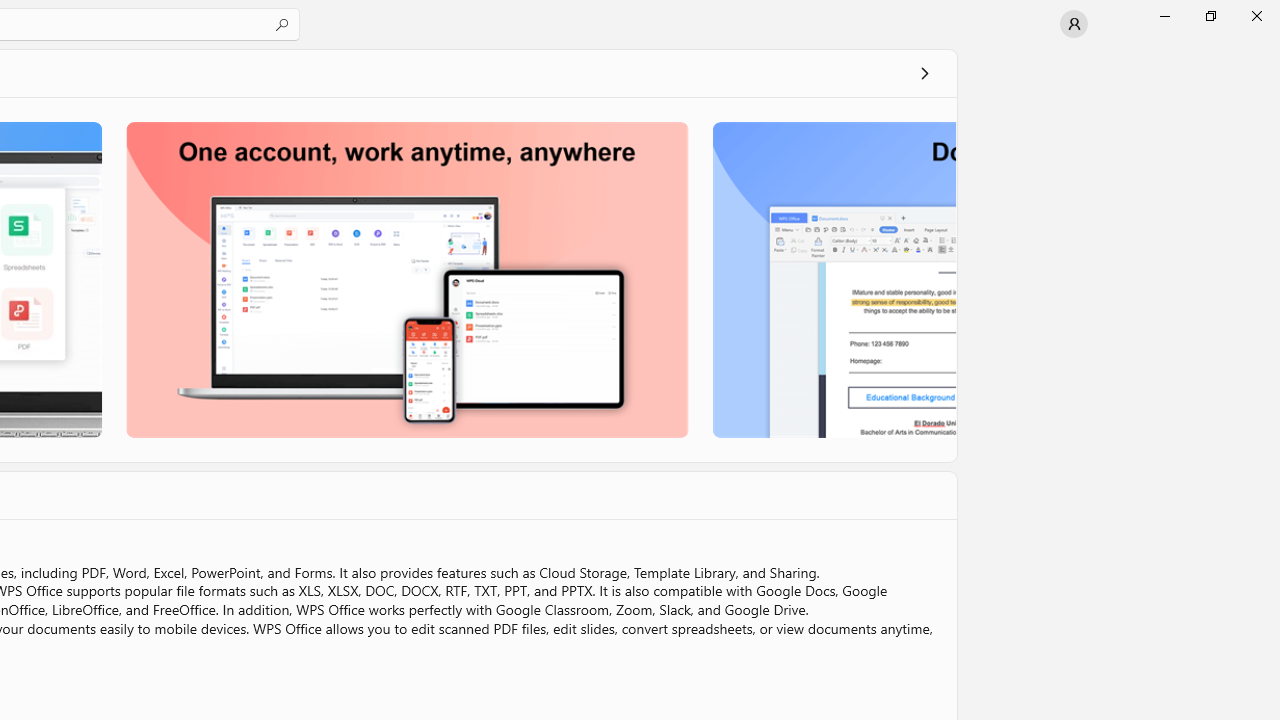 The height and width of the screenshot is (720, 1280). I want to click on 'Close Microsoft Store', so click(1255, 15).